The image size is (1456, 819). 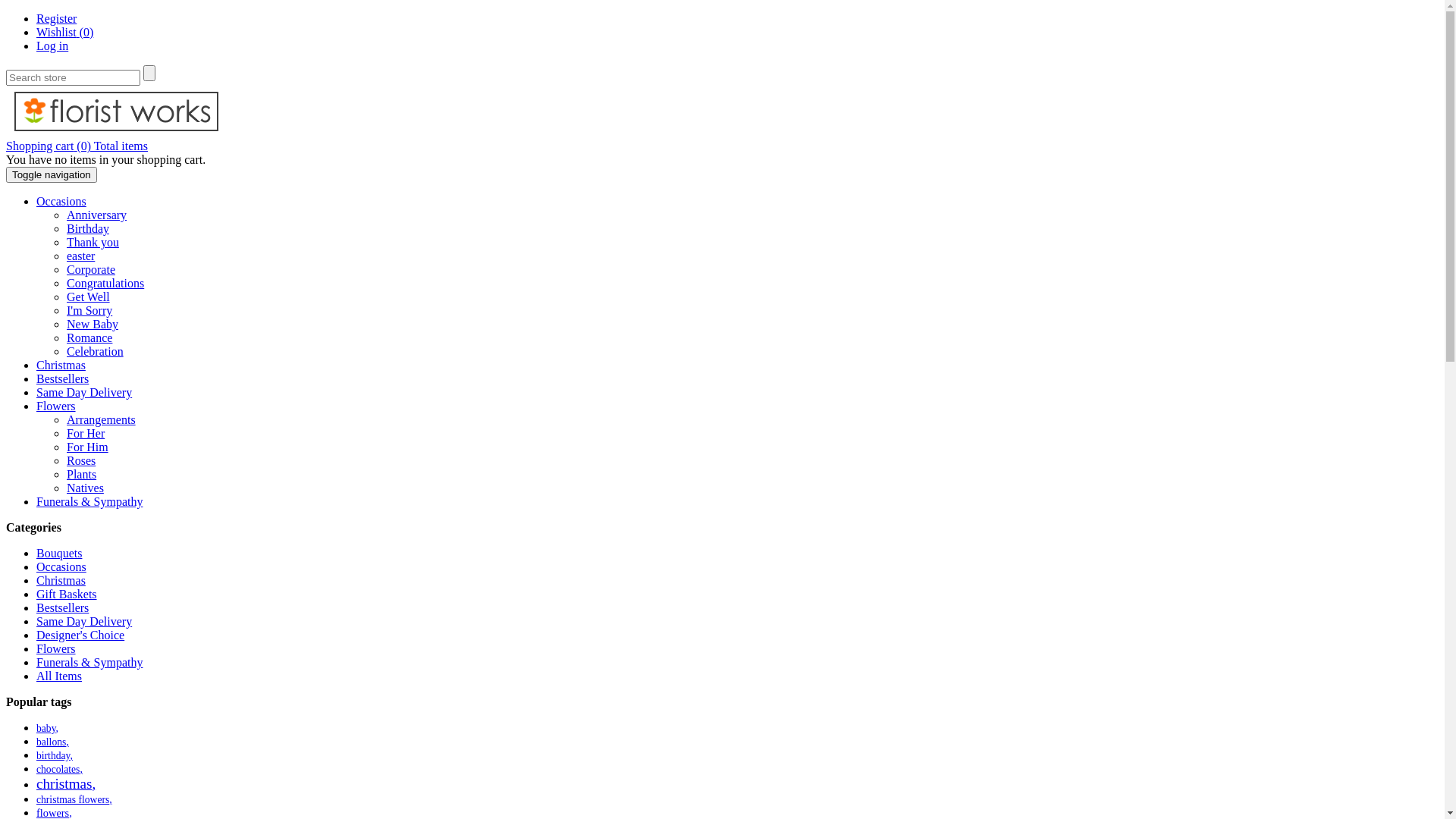 What do you see at coordinates (89, 501) in the screenshot?
I see `'Funerals & Sympathy'` at bounding box center [89, 501].